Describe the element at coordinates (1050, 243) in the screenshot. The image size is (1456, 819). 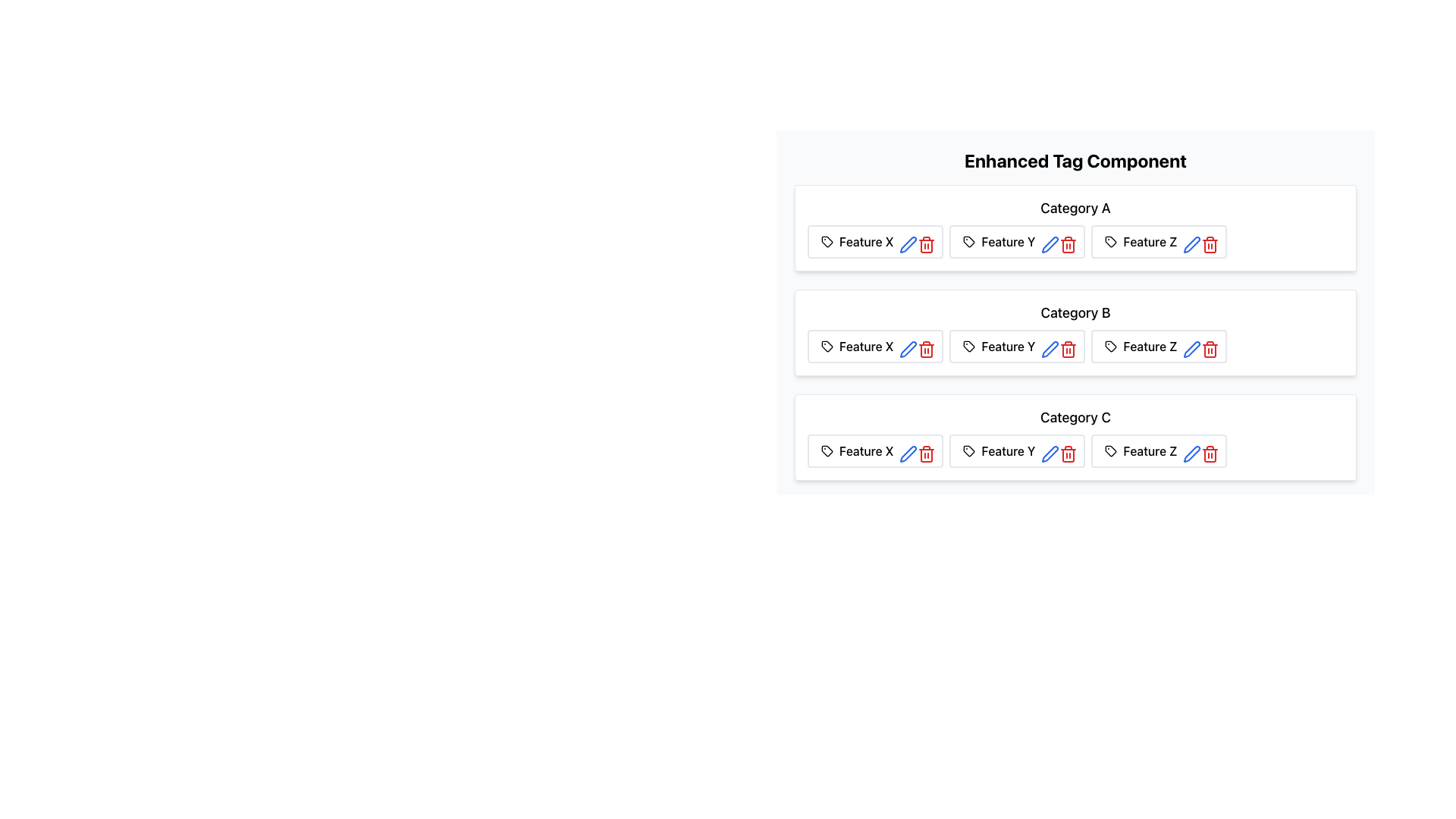
I see `the blue pen icon button associated with 'Feature Y' in the 'Category A' feature row` at that location.